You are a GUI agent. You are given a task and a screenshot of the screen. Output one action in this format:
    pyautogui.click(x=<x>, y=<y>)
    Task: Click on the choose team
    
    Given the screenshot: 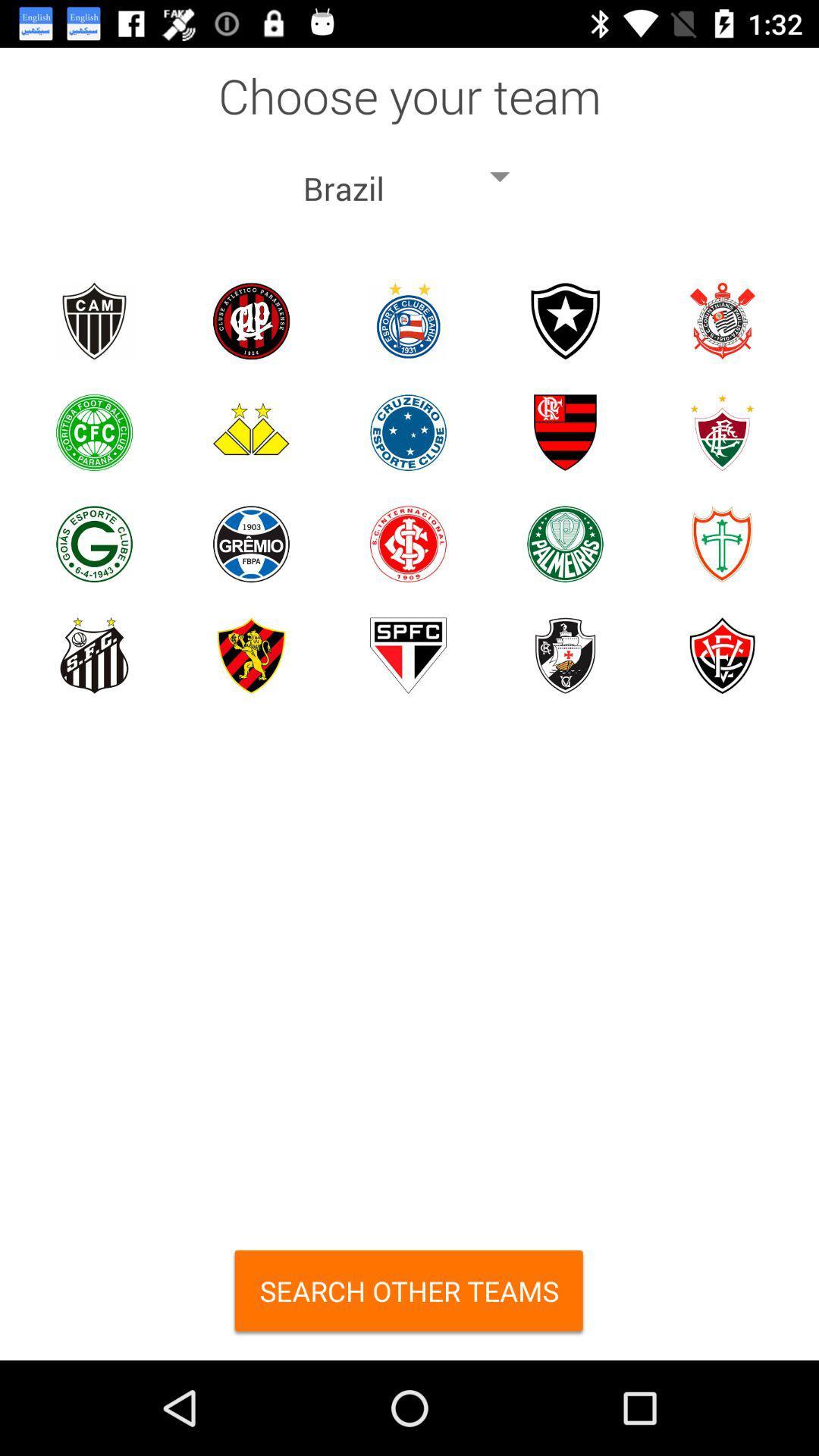 What is the action you would take?
    pyautogui.click(x=407, y=320)
    